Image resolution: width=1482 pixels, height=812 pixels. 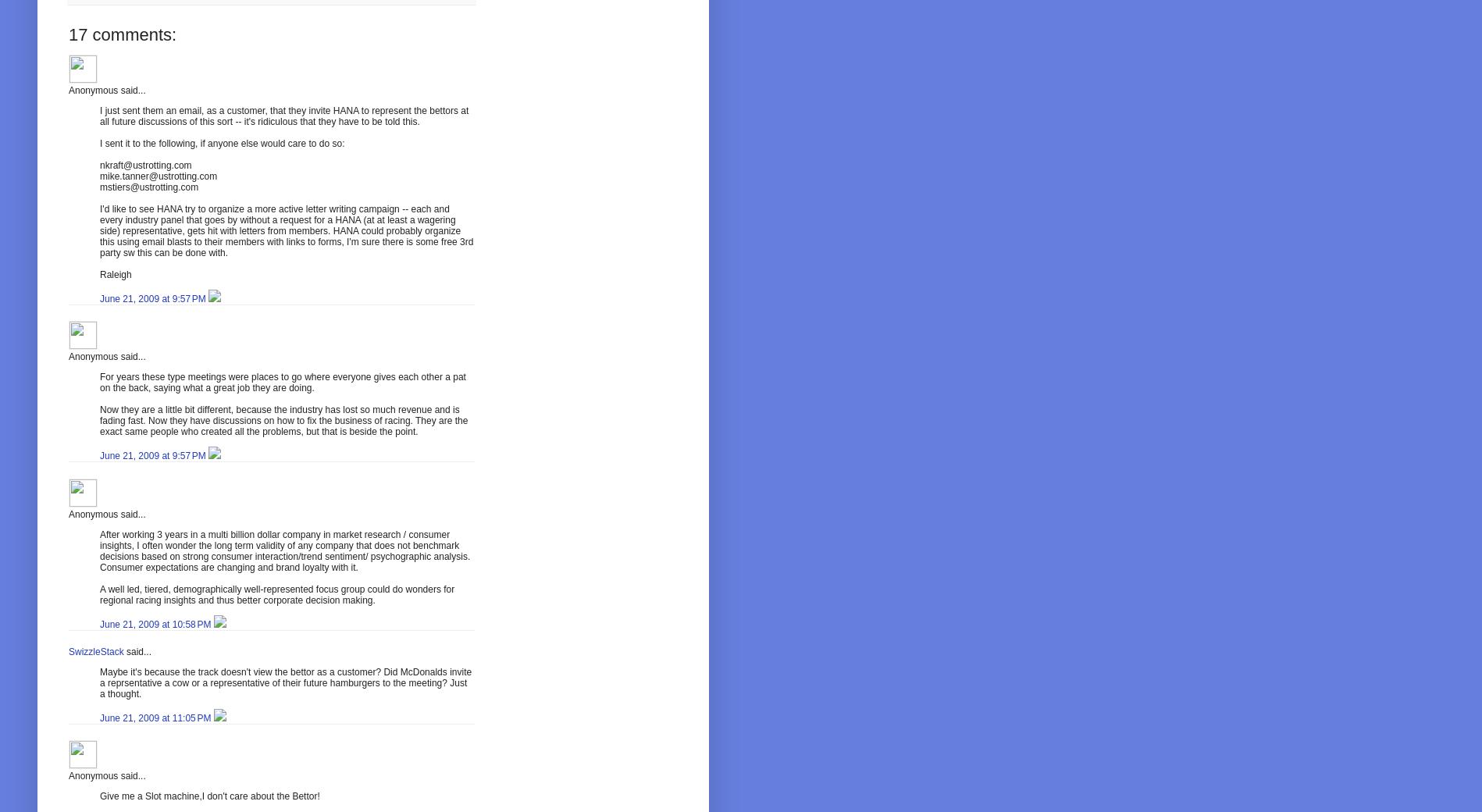 What do you see at coordinates (136, 651) in the screenshot?
I see `'said...'` at bounding box center [136, 651].